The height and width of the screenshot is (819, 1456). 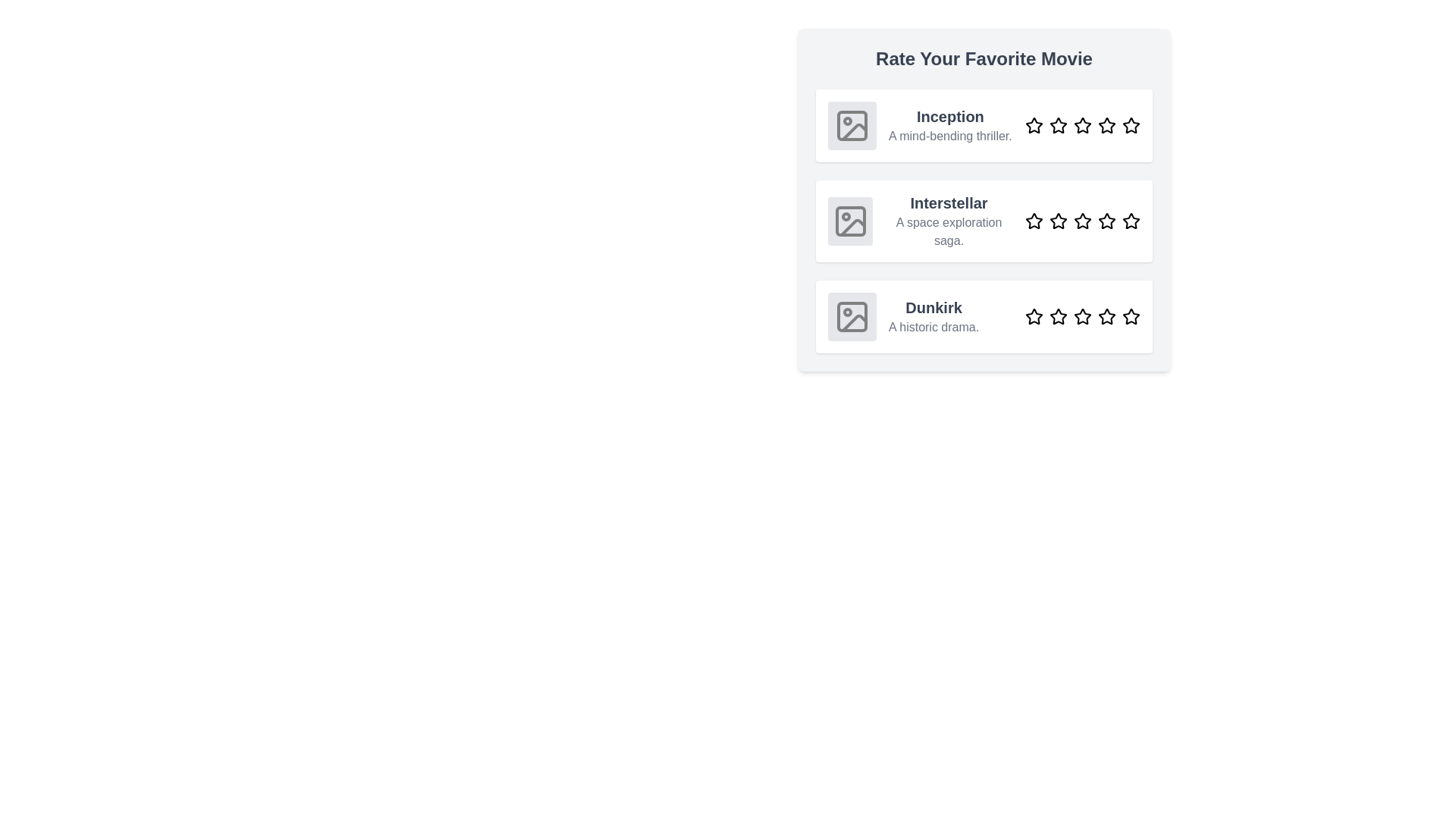 I want to click on the Text label that displays the title and description of a movie, which is located in the second row of movie ratings, directly below 'Inception' and above 'Dunkirk', so click(x=948, y=221).